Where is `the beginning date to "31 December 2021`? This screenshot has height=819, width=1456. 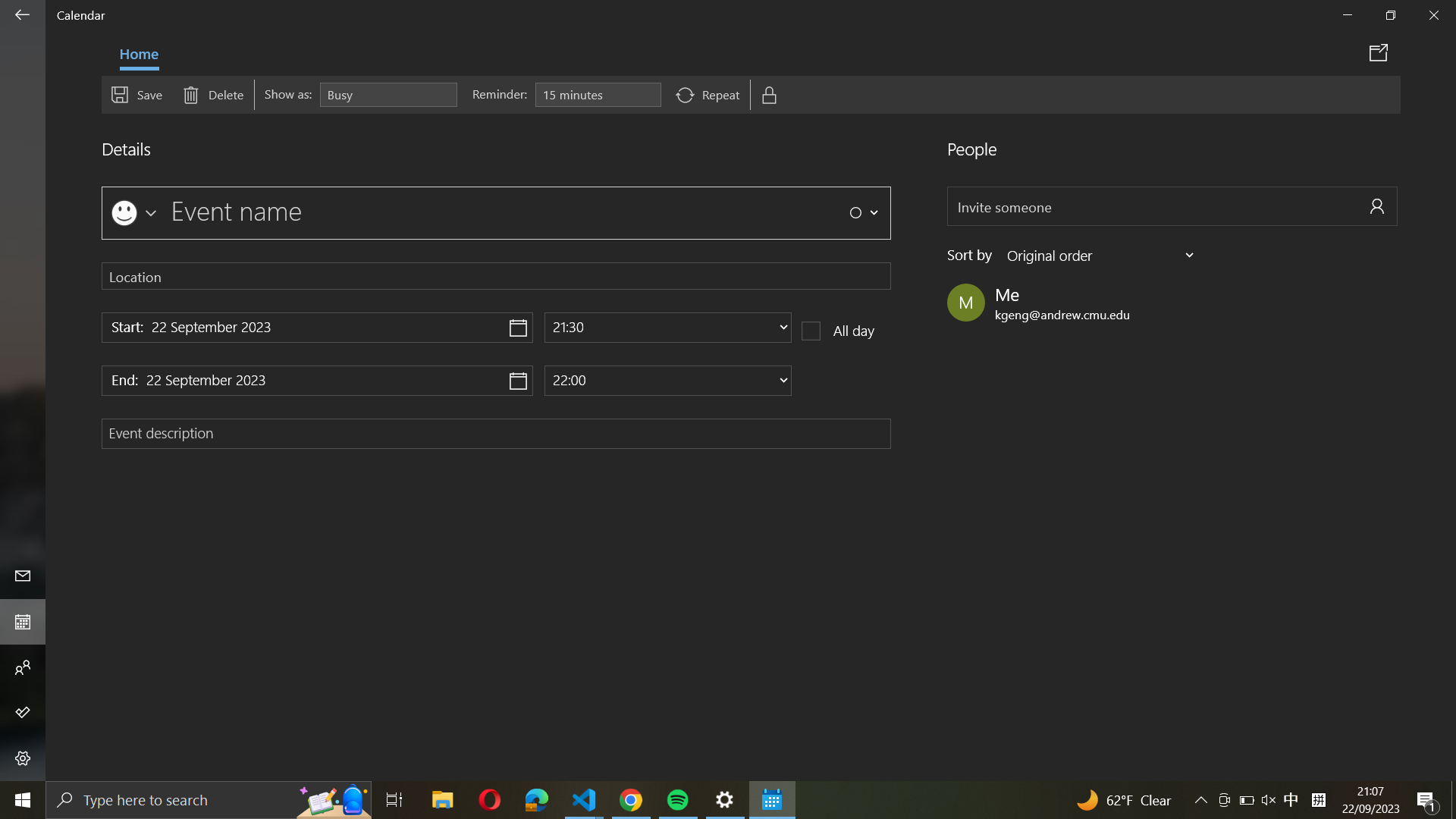
the beginning date to "31 December 2021 is located at coordinates (316, 327).